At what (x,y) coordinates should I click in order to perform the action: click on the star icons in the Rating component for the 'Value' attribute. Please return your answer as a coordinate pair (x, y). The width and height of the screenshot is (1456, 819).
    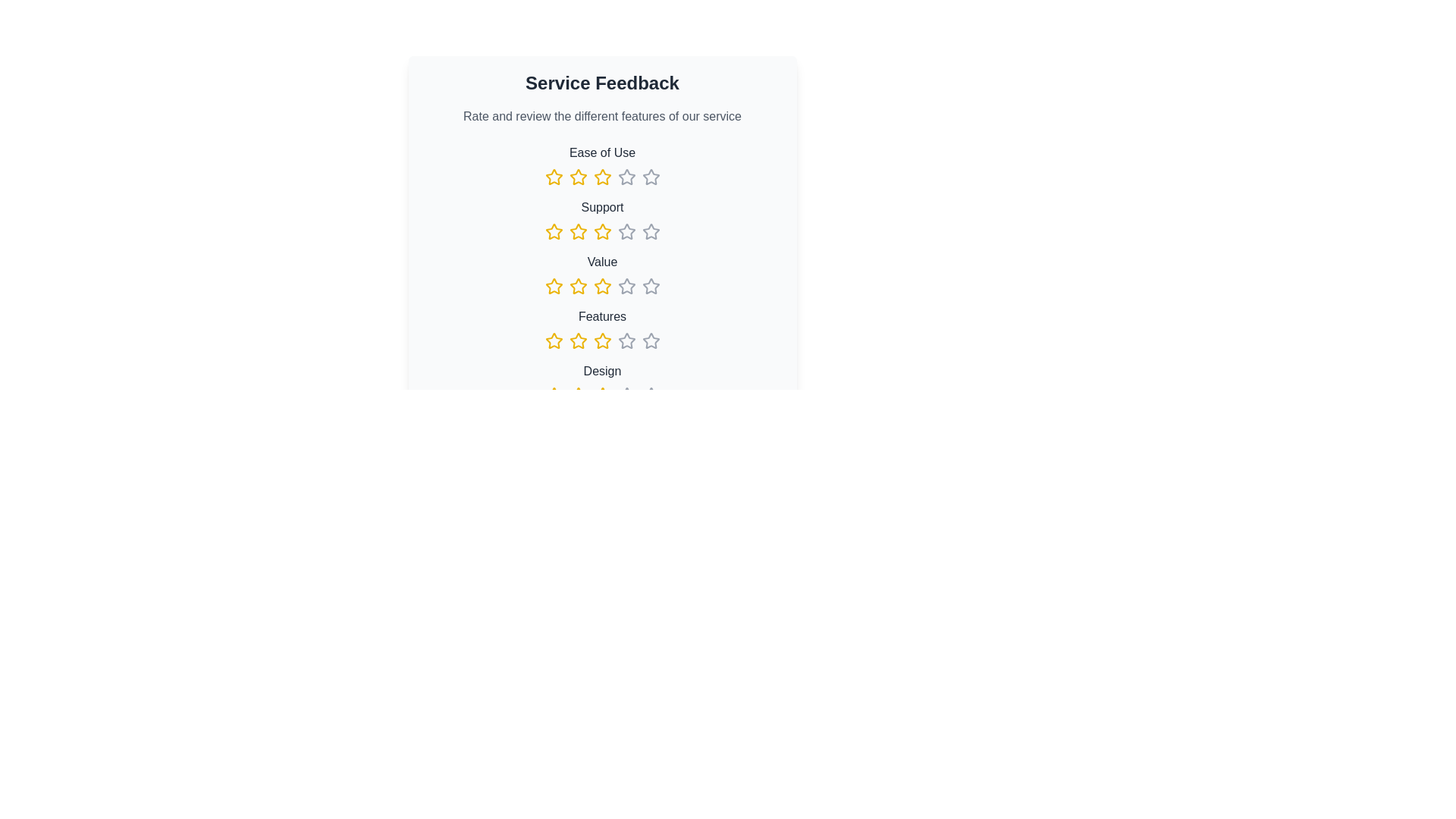
    Looking at the image, I should click on (601, 275).